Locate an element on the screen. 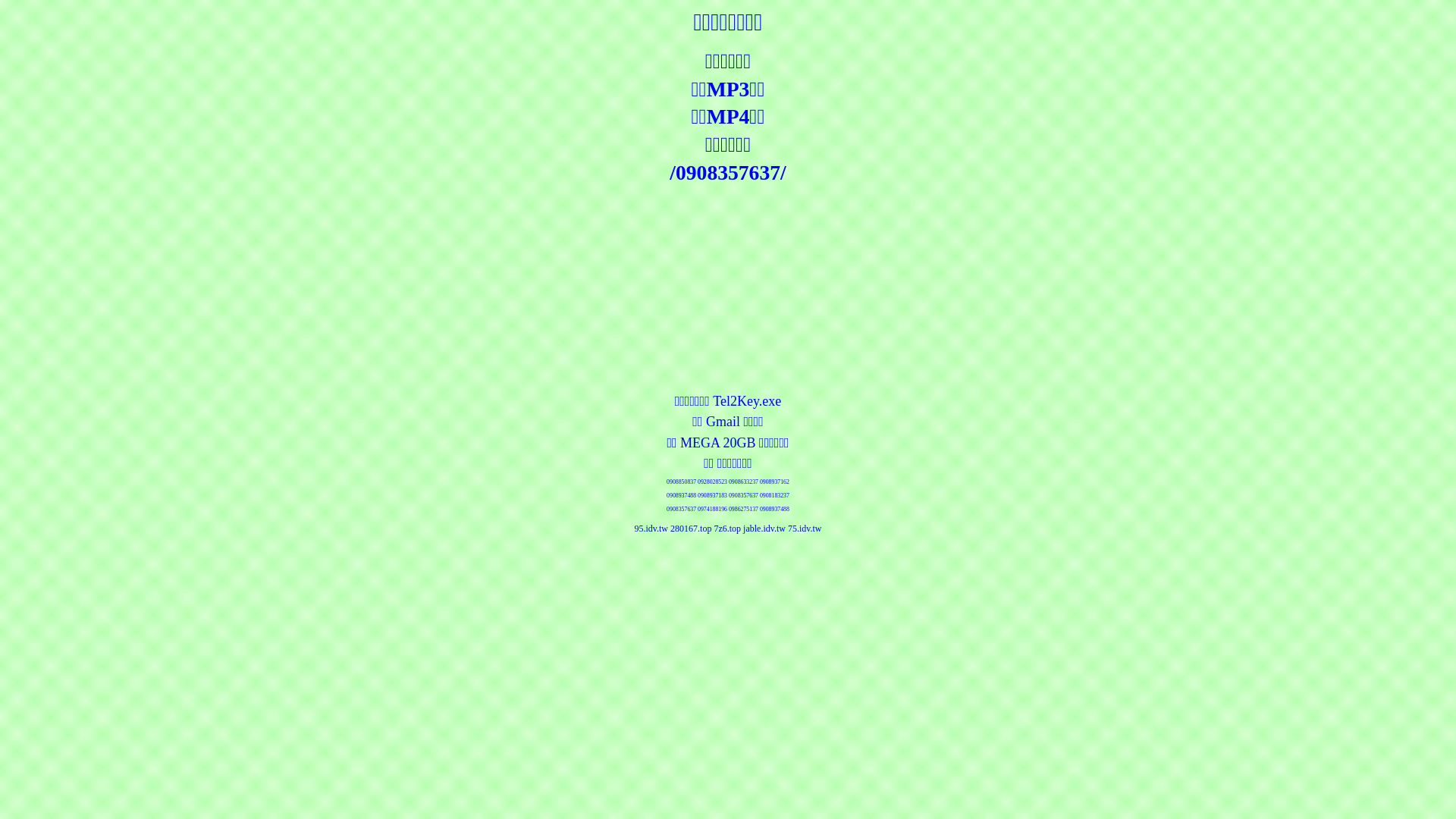  '7z6.top' is located at coordinates (726, 528).